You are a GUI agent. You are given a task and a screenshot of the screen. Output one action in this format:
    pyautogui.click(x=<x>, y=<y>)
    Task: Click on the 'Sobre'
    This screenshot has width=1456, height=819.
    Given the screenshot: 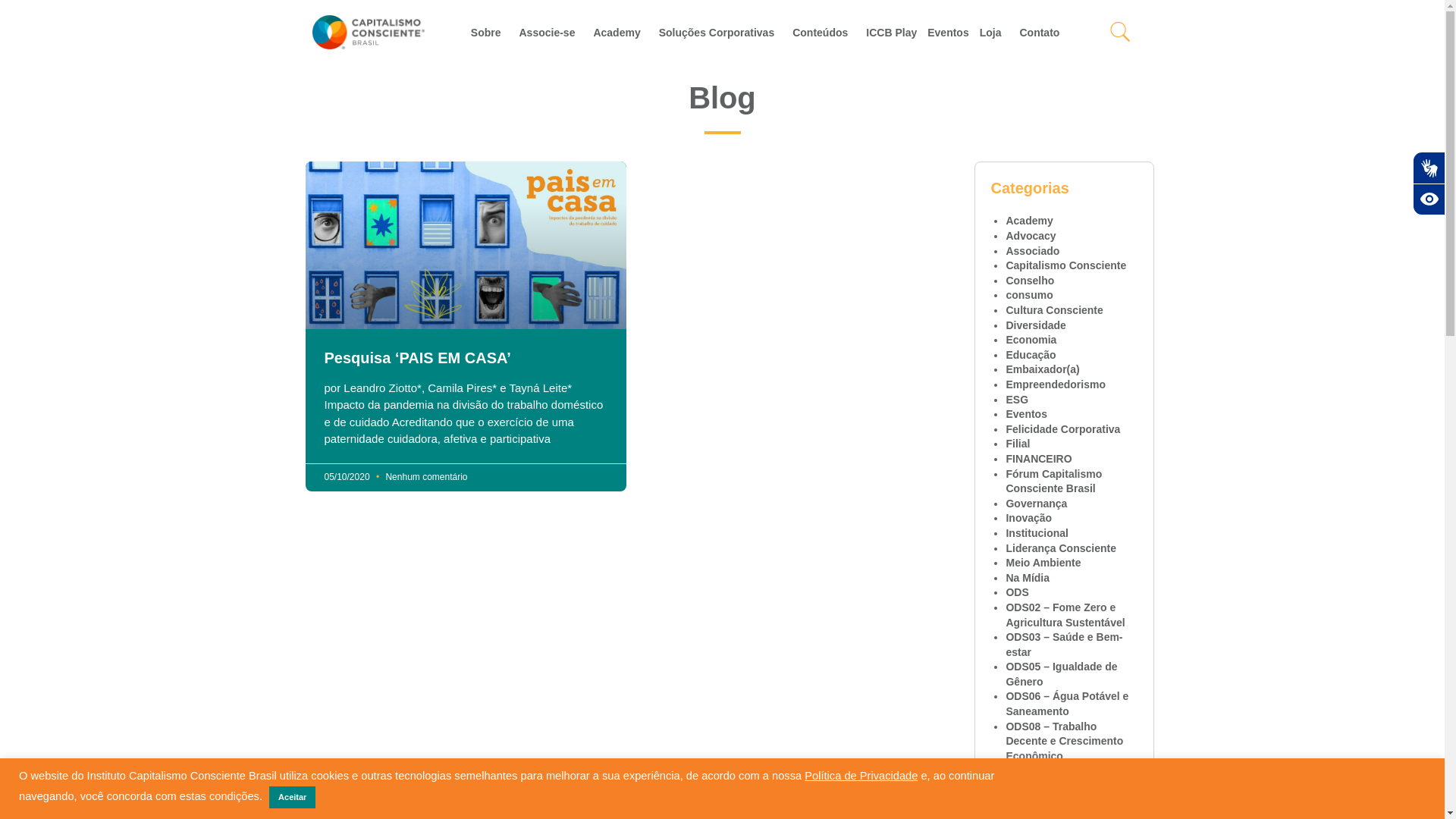 What is the action you would take?
    pyautogui.click(x=465, y=32)
    